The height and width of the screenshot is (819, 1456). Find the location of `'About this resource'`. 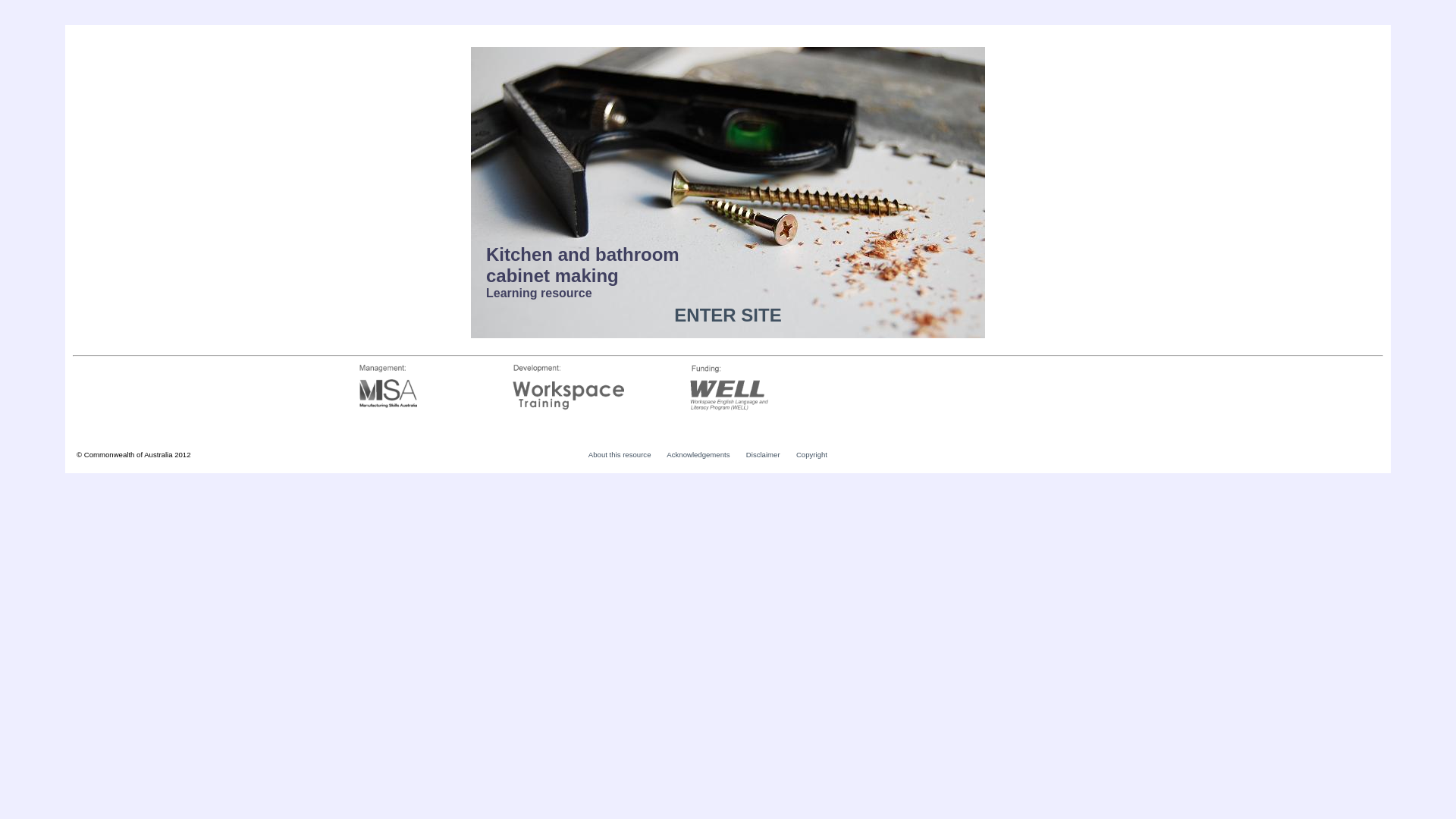

'About this resource' is located at coordinates (588, 453).